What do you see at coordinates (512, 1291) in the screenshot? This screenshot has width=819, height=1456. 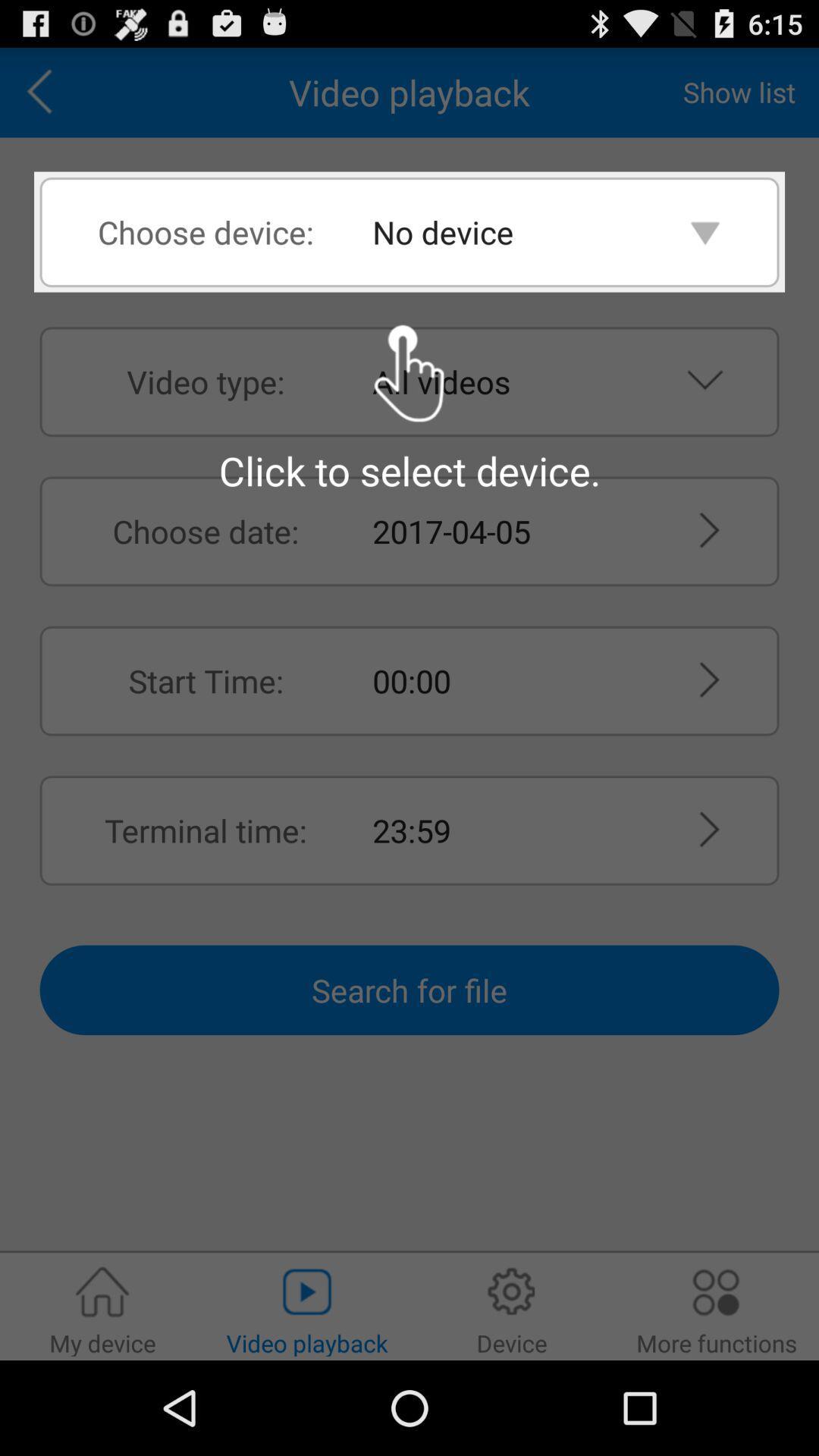 I see `the icon which is above the device` at bounding box center [512, 1291].